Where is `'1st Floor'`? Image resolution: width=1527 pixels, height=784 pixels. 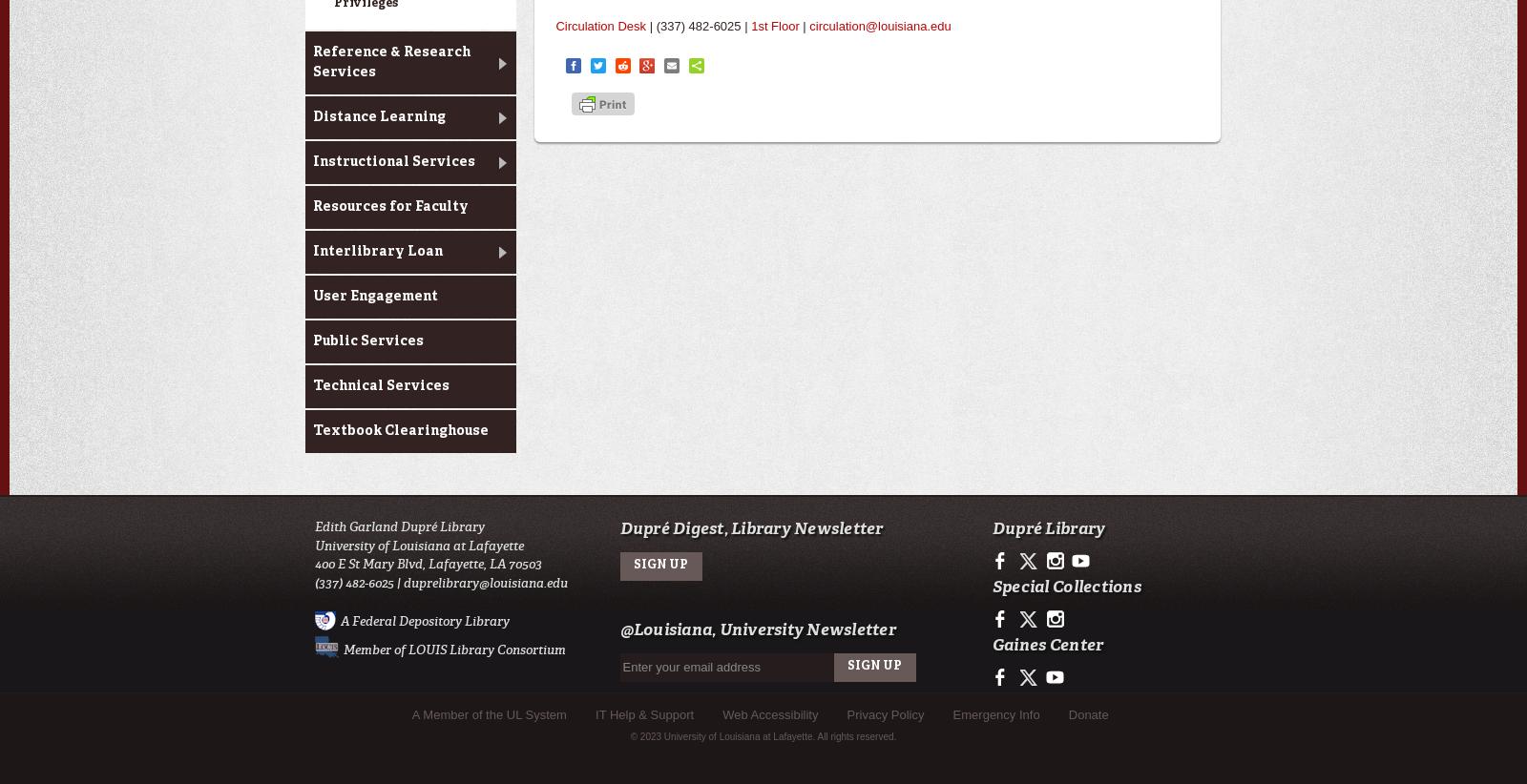 '1st Floor' is located at coordinates (773, 25).